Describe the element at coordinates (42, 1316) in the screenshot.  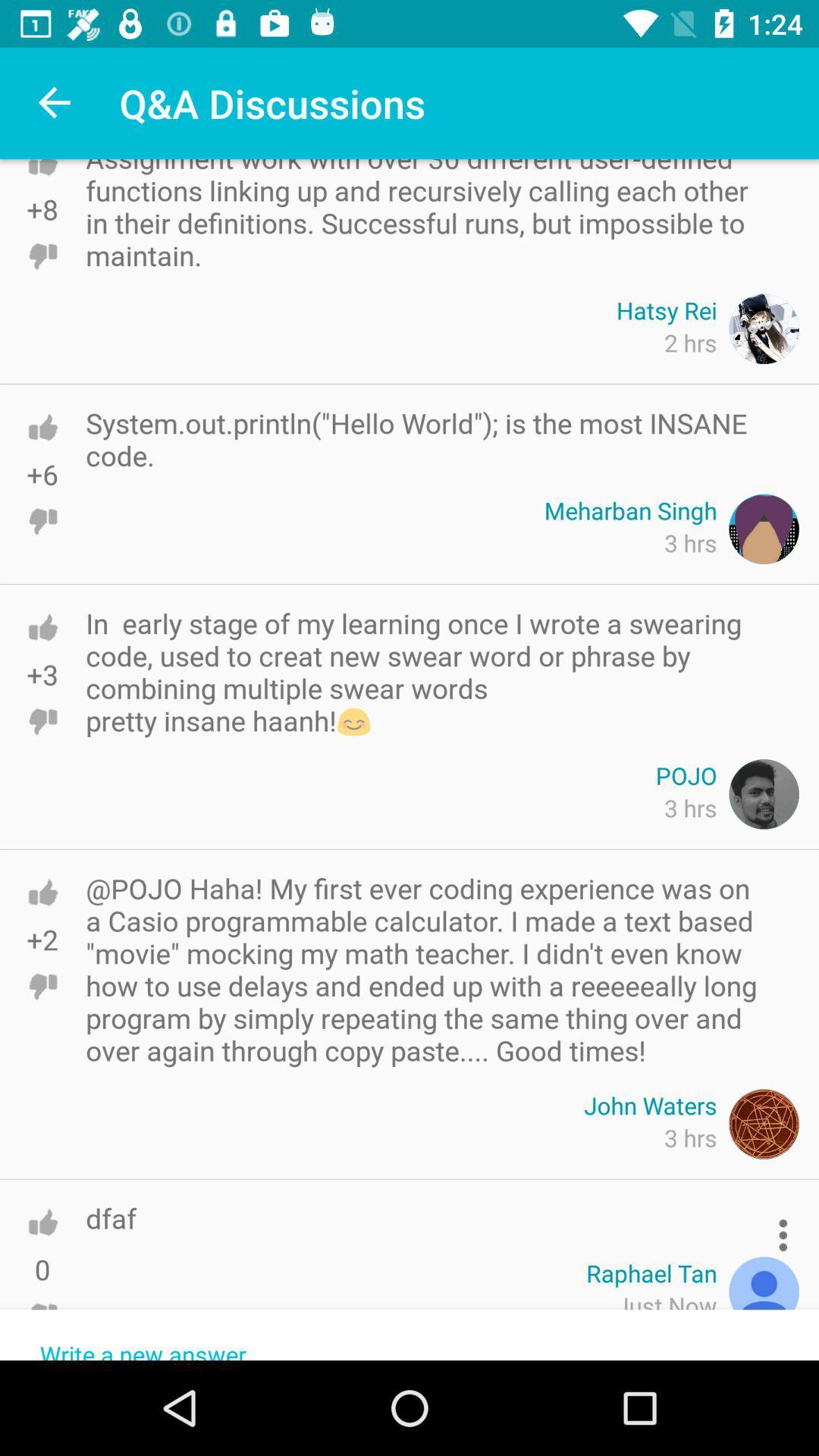
I see `downvote comment` at that location.